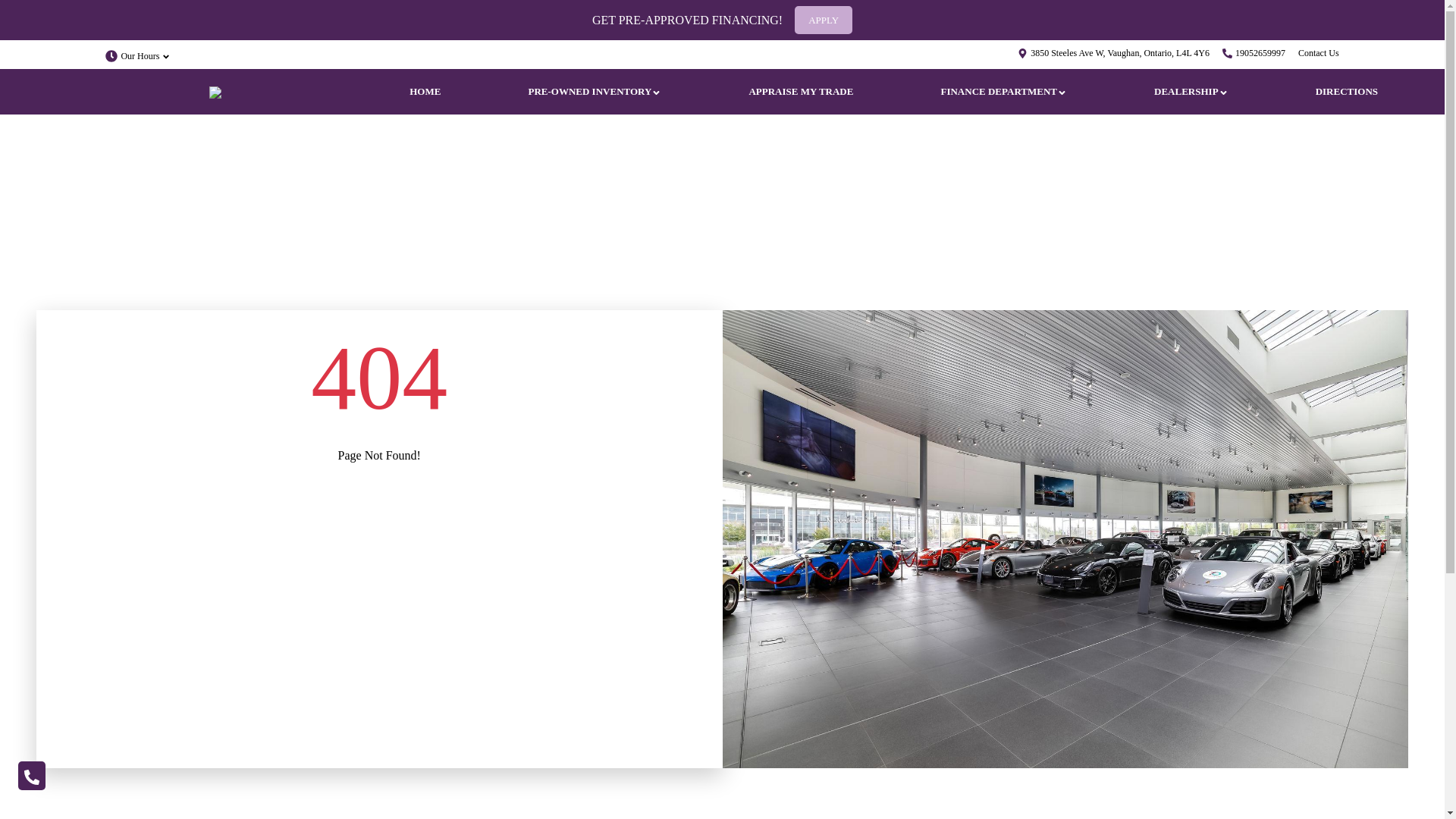  Describe the element at coordinates (927, 91) in the screenshot. I see `'FINANCE DEPARTMENT'` at that location.